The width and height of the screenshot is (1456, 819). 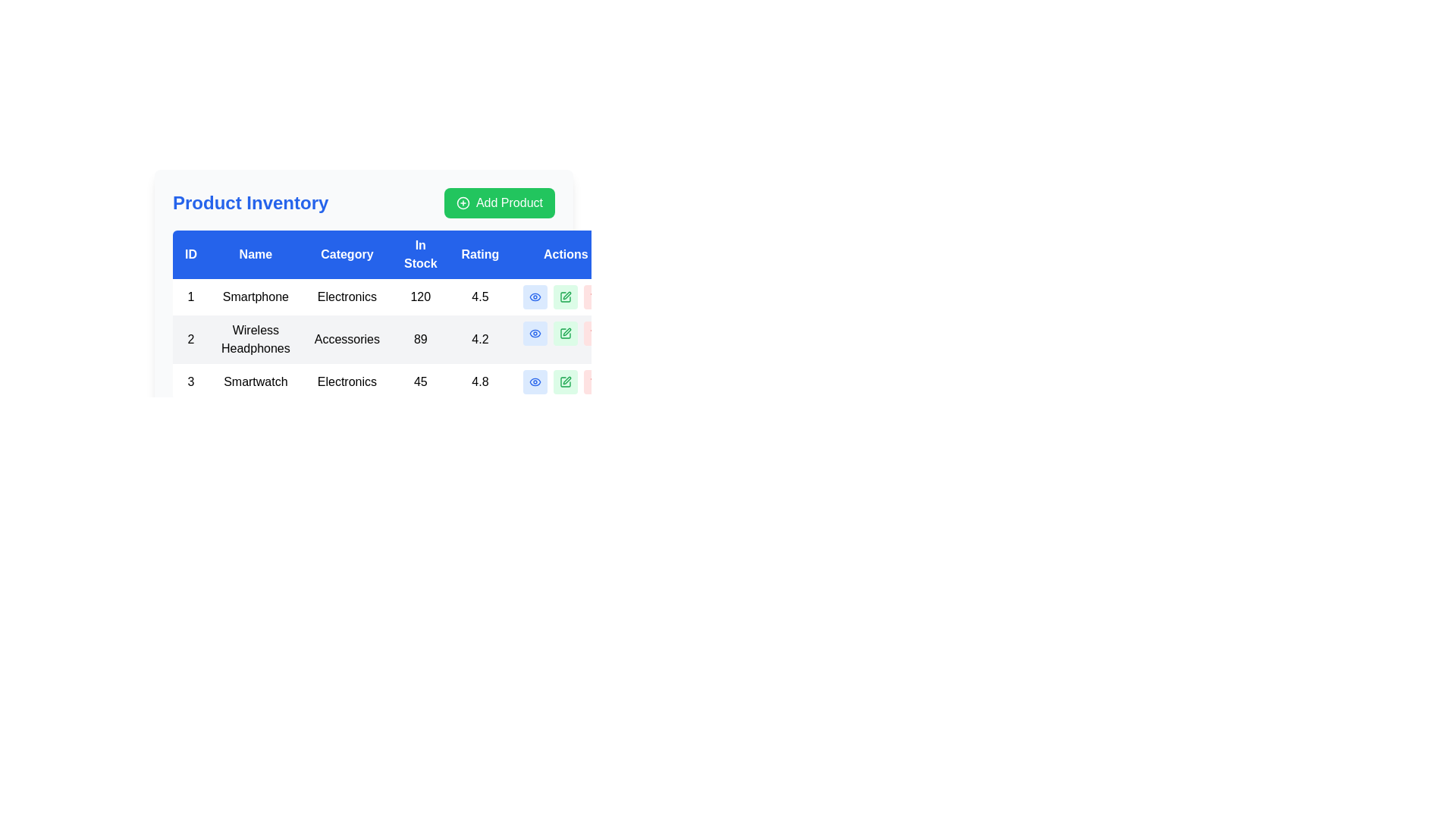 I want to click on text content of the 'Category' header in the table, which is displayed in white on a blue background and is located at the center of the header row, so click(x=346, y=253).